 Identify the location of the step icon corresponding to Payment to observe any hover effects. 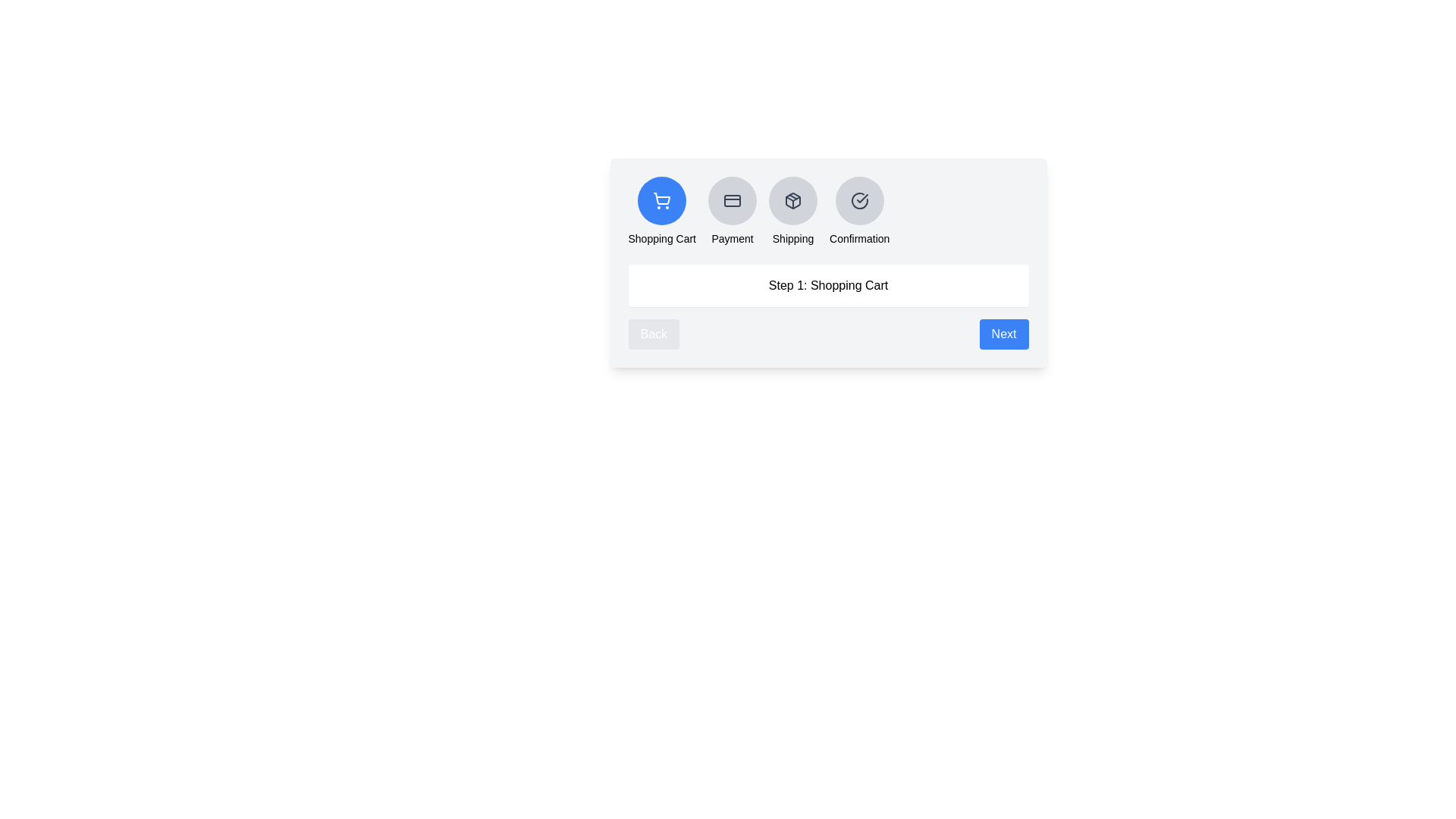
(732, 200).